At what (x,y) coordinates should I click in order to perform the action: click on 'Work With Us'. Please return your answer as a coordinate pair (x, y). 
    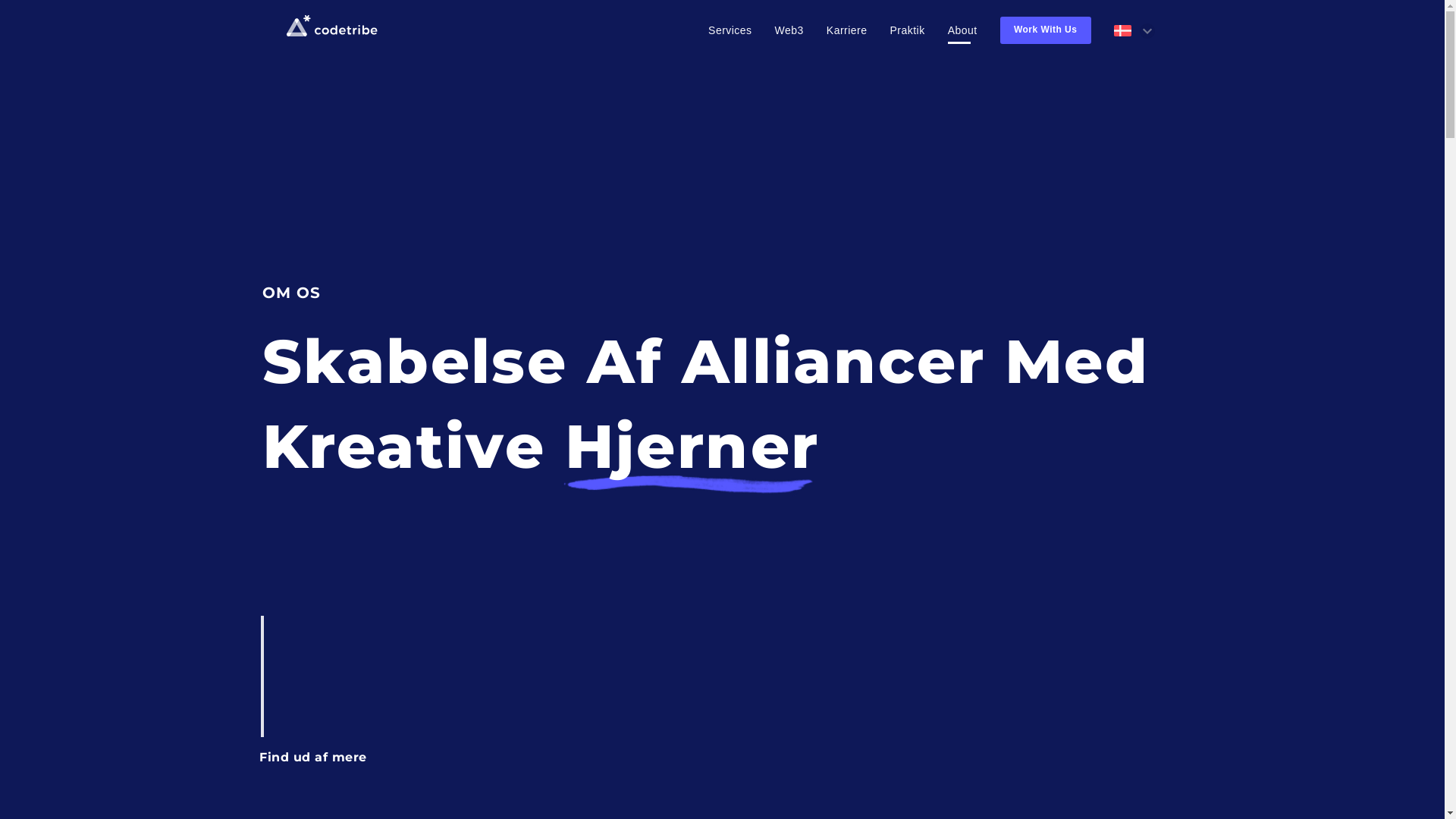
    Looking at the image, I should click on (1044, 30).